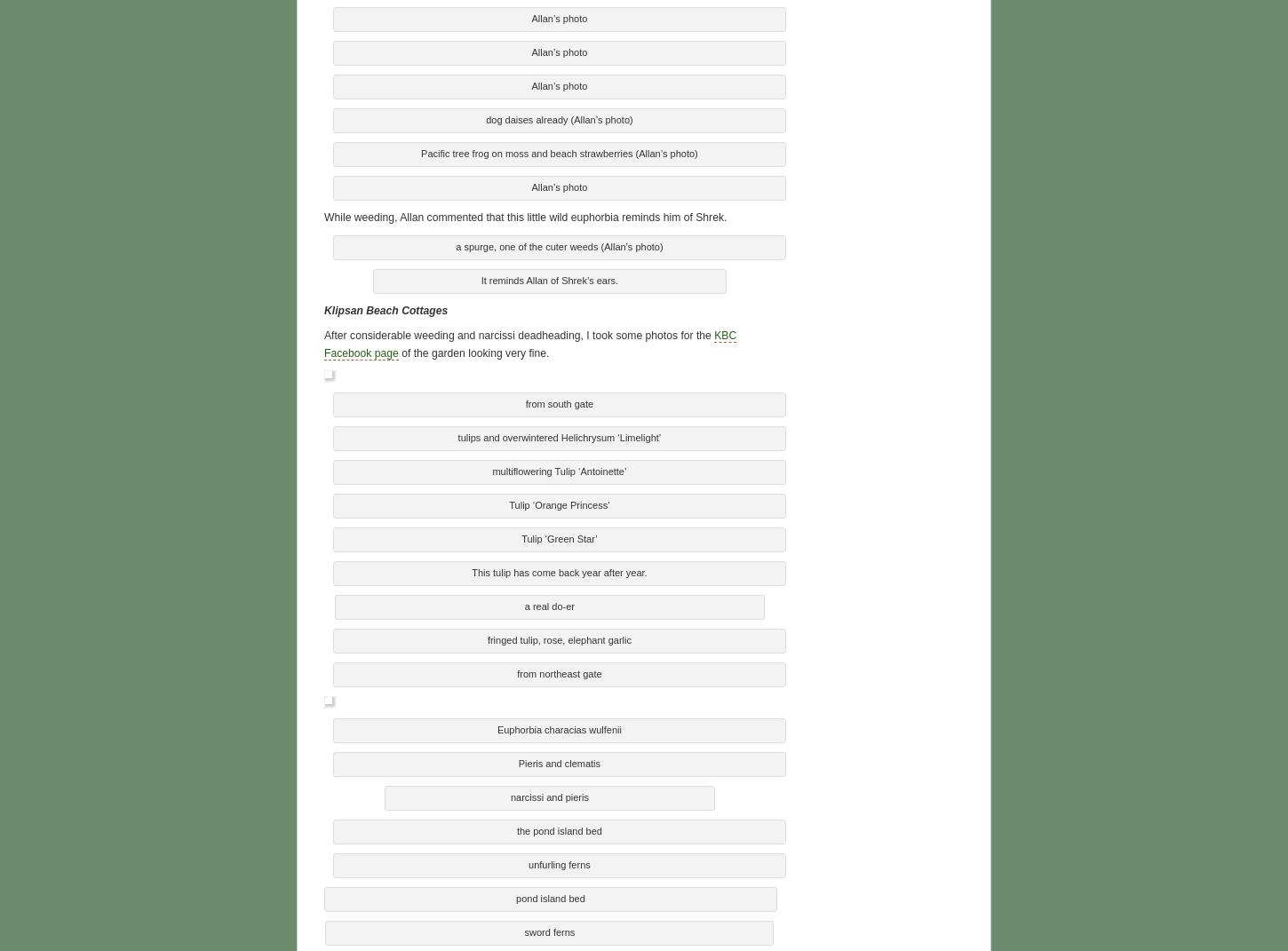 The height and width of the screenshot is (951, 1288). What do you see at coordinates (558, 860) in the screenshot?
I see `'unfurling ferns'` at bounding box center [558, 860].